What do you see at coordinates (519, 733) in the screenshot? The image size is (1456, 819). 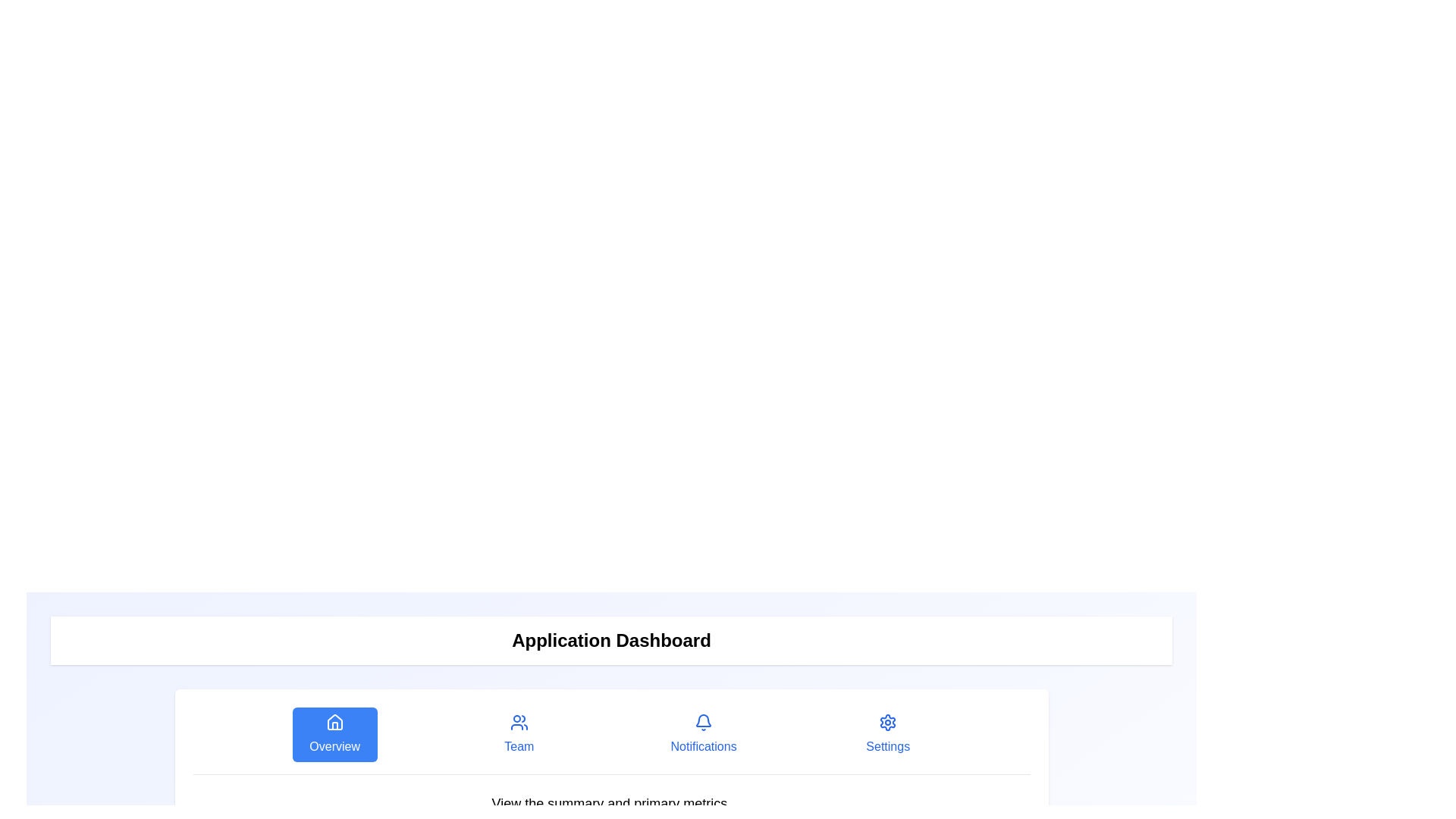 I see `the navigational button labeled 'Team' located in the center of the horizontal navbar at the lower section of the application's header area` at bounding box center [519, 733].